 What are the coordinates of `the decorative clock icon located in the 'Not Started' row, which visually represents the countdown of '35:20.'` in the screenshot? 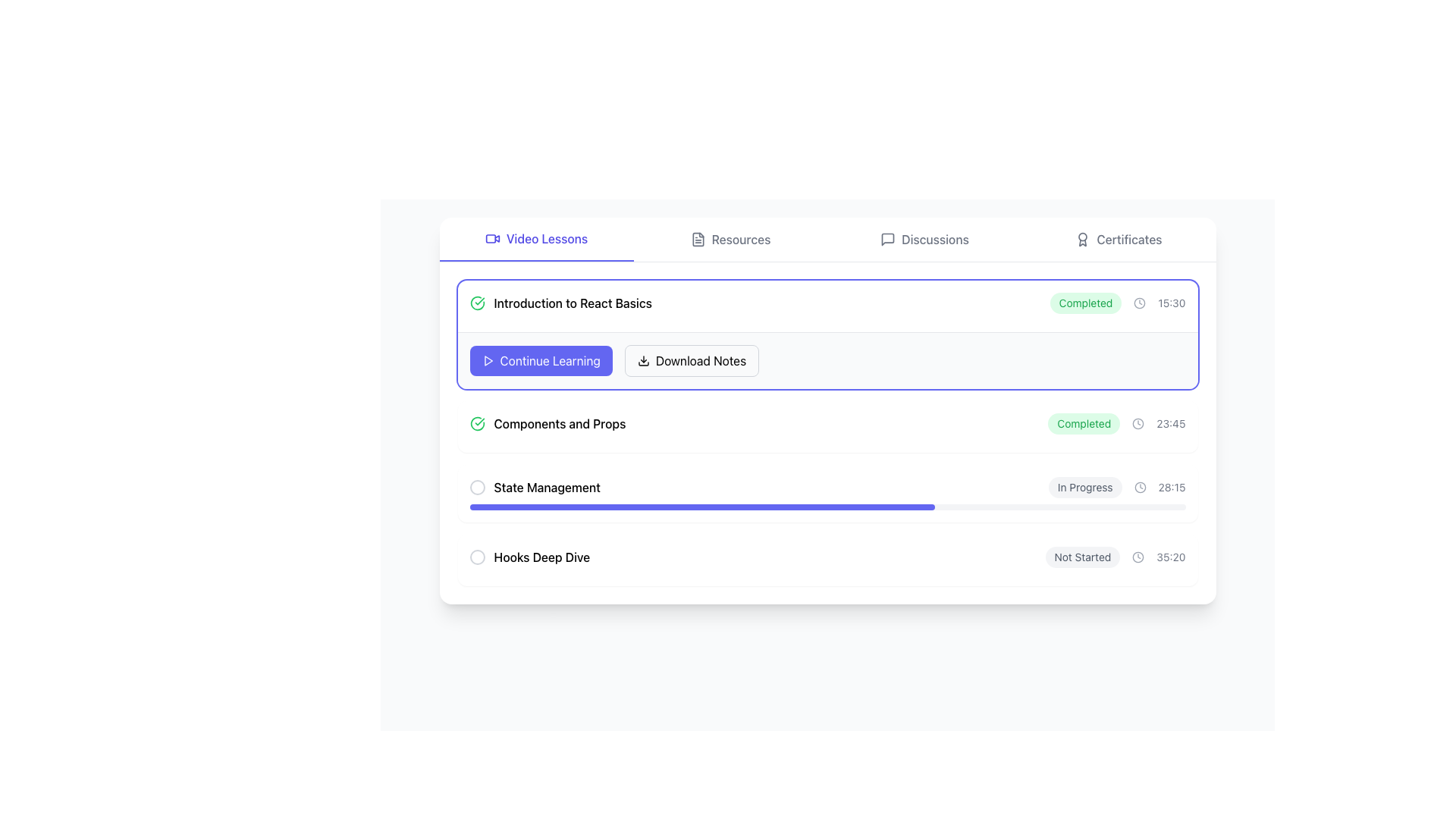 It's located at (1138, 557).